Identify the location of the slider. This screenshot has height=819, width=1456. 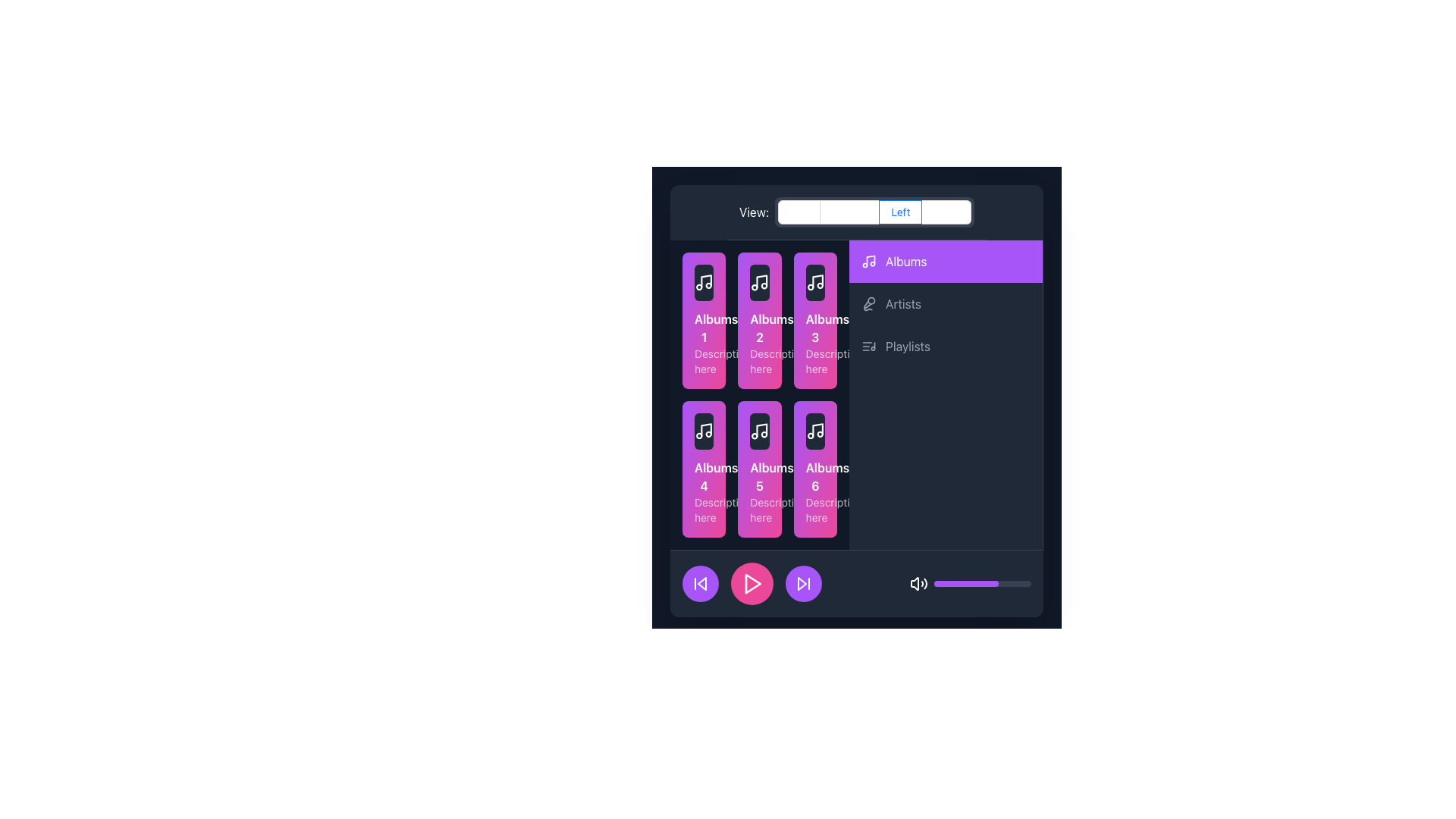
(981, 583).